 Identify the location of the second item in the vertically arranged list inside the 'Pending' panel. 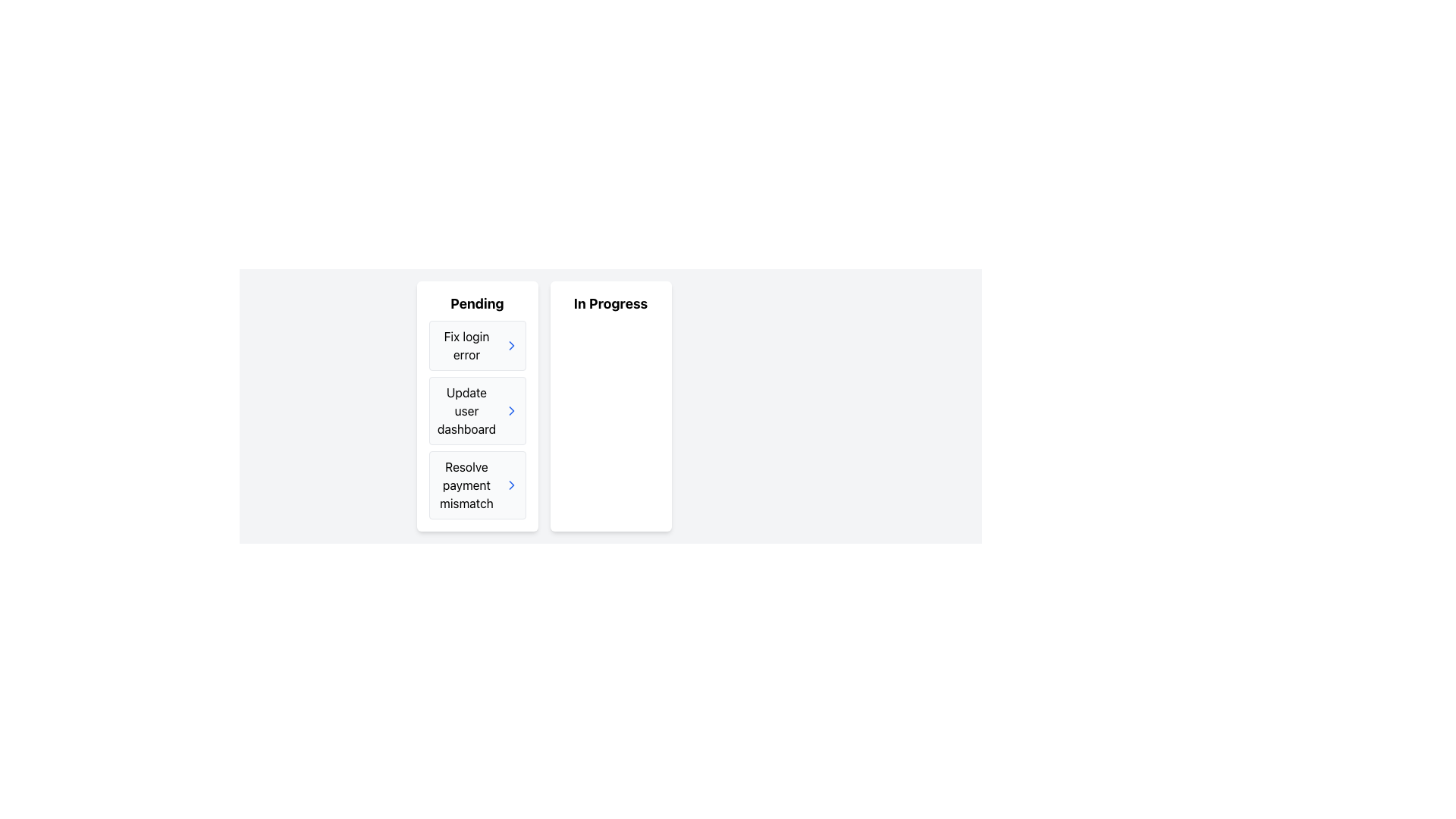
(476, 411).